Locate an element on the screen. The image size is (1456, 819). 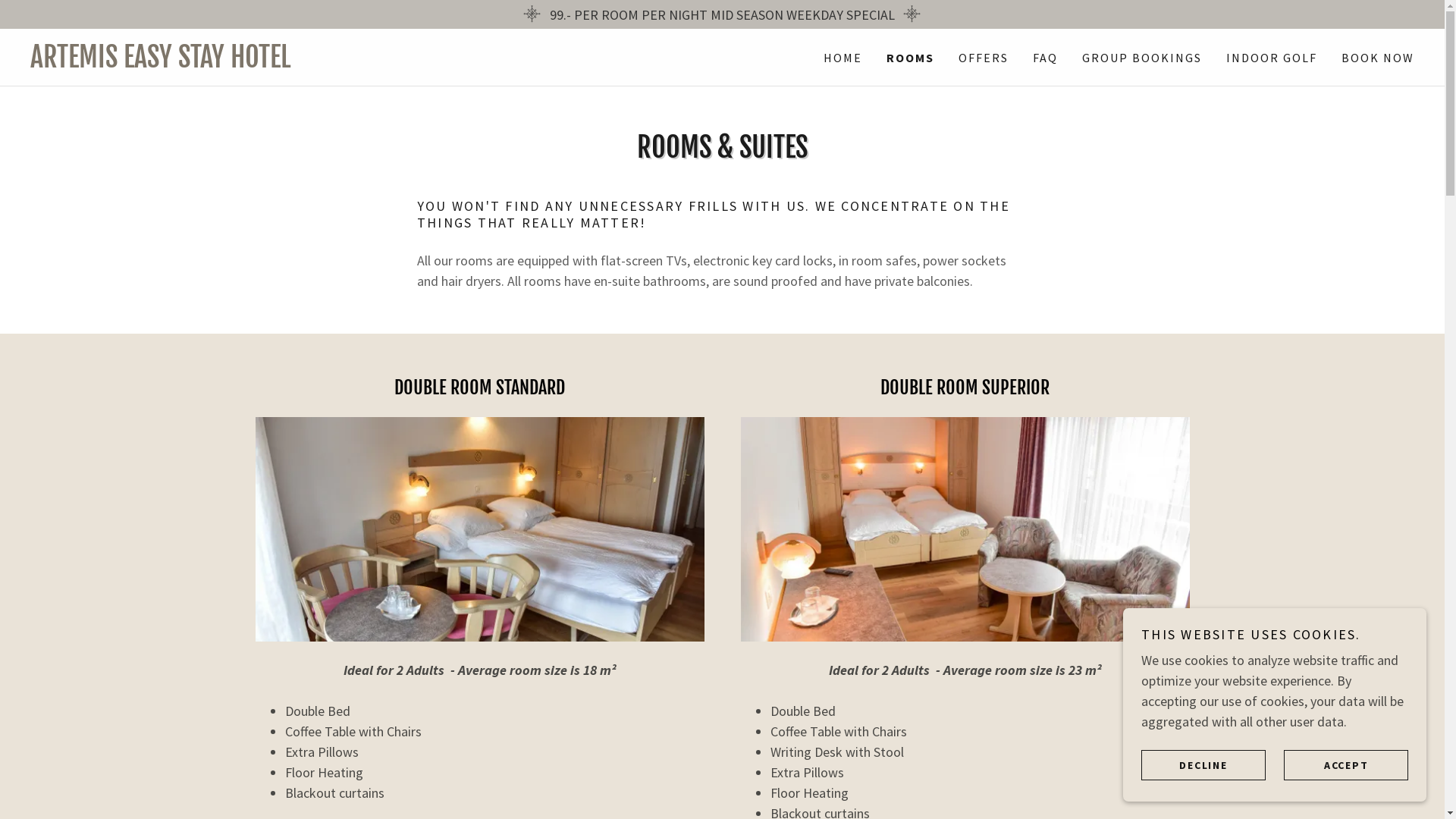
'ARTEMIS EASY STAY HOTEL' is located at coordinates (376, 61).